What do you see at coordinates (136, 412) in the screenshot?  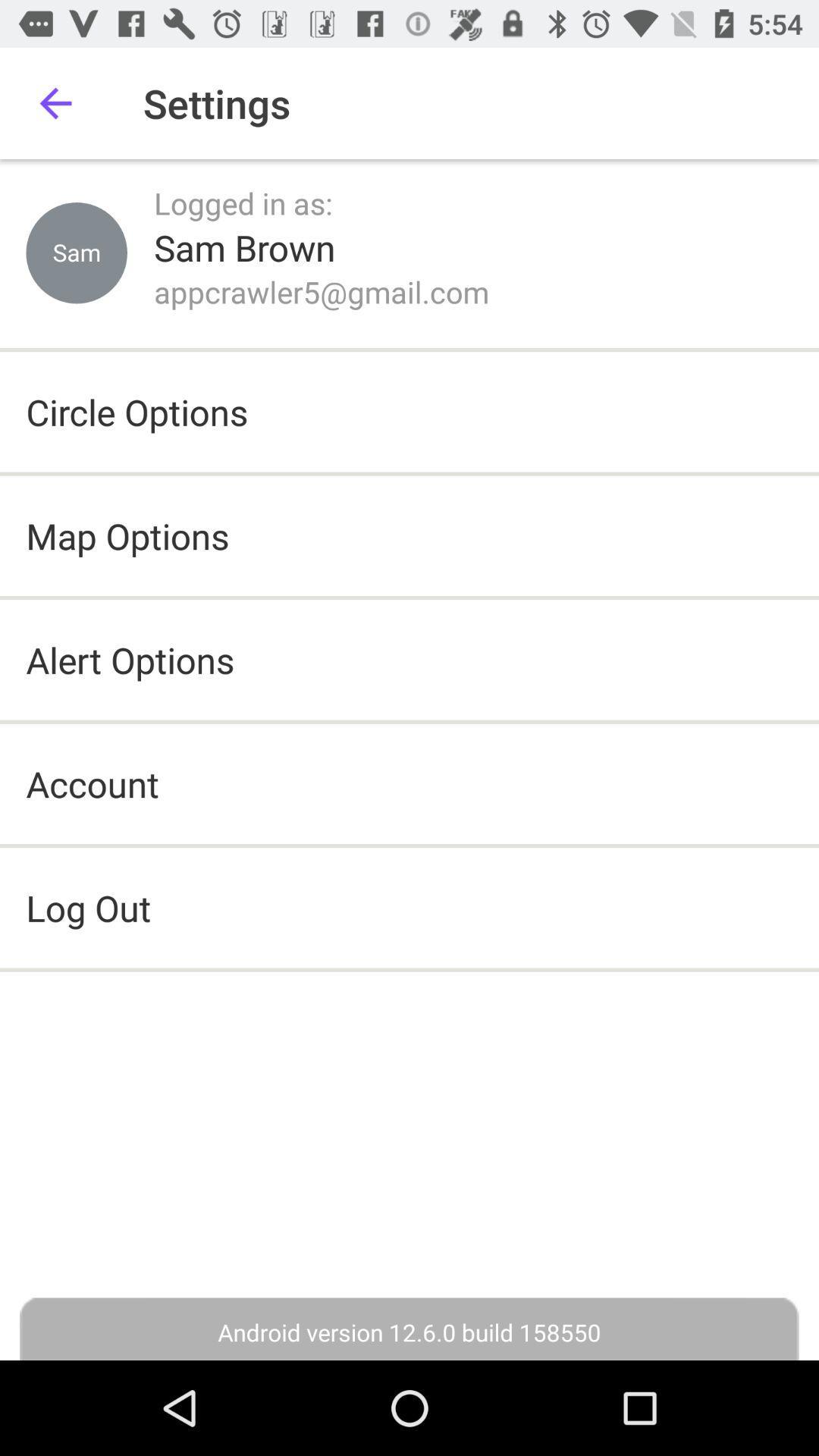 I see `the circle options` at bounding box center [136, 412].